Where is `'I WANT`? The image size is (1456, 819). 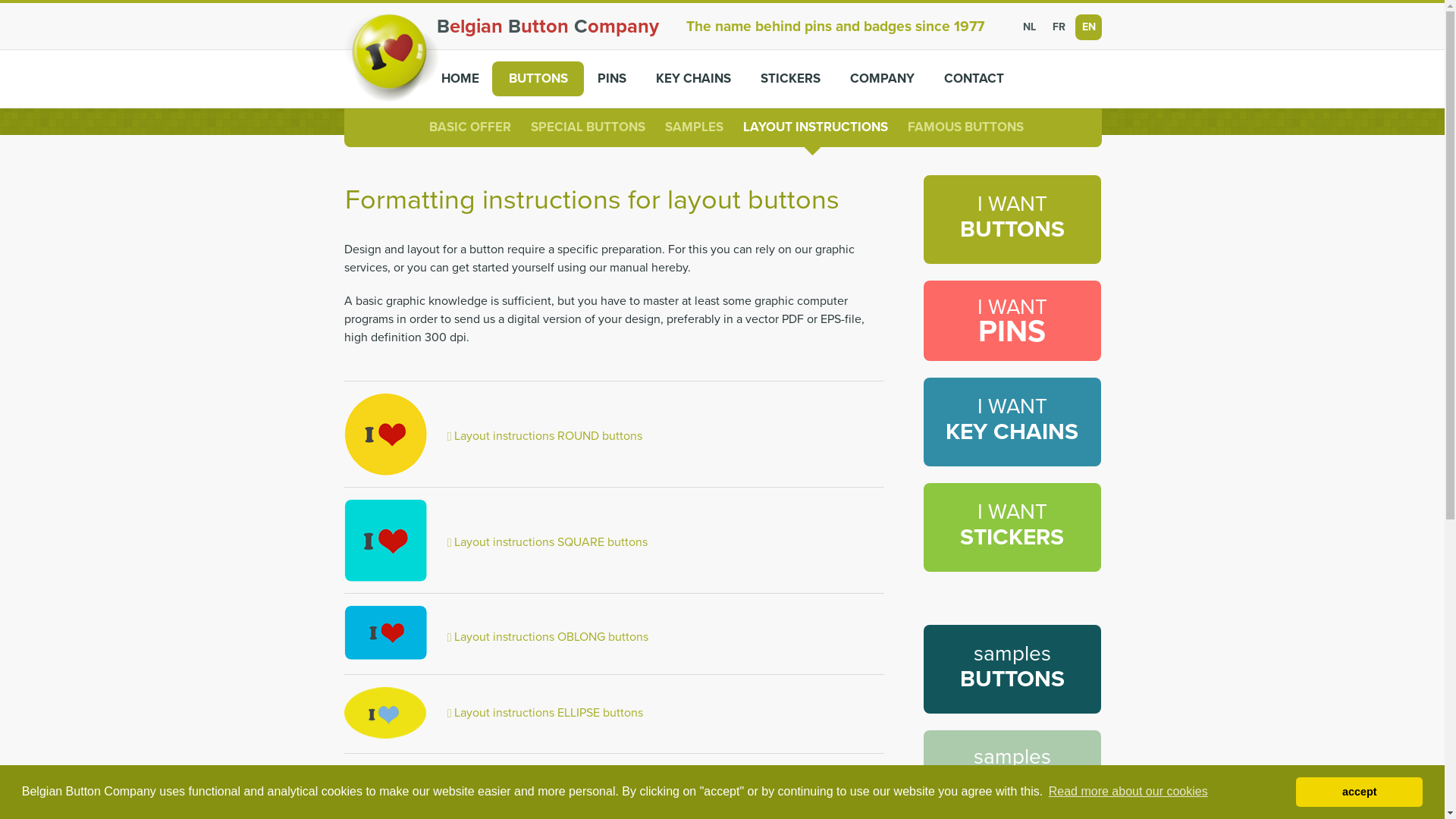
'I WANT is located at coordinates (1012, 219).